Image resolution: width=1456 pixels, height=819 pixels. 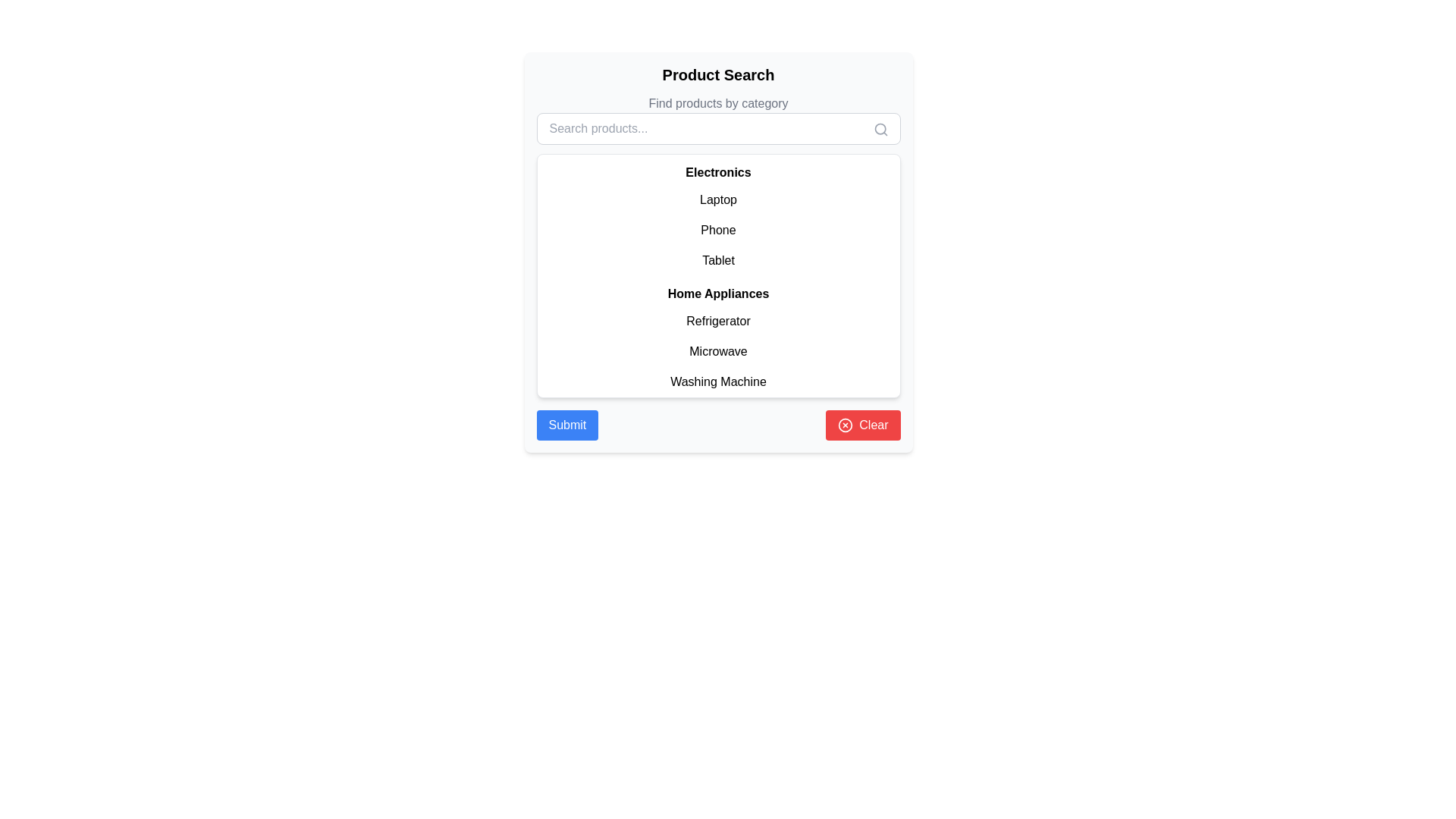 I want to click on the Circle element, which serves as a decorative or informative component within the icon, located near the top right corner of the application interface adjacent to the 'Clear' button, so click(x=845, y=425).